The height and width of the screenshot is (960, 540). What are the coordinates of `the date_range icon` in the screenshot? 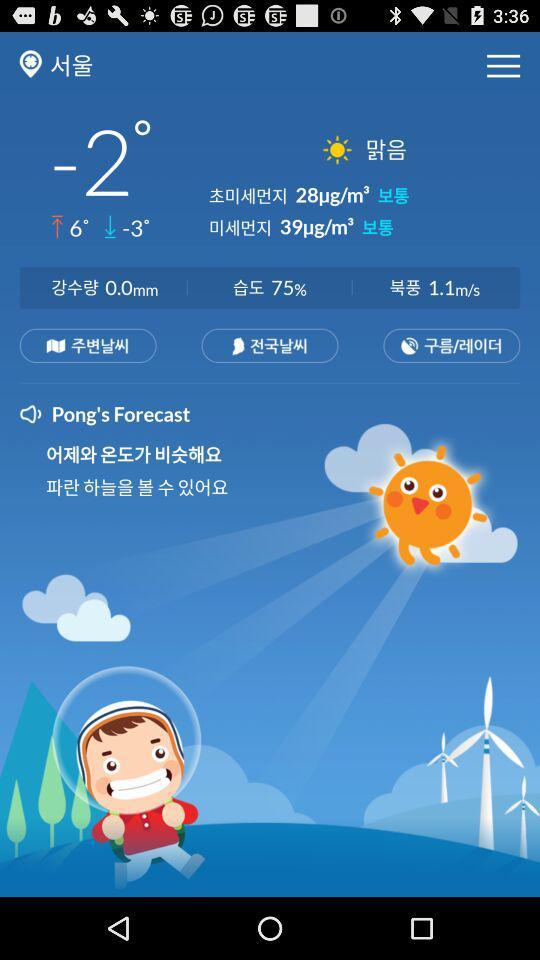 It's located at (451, 368).